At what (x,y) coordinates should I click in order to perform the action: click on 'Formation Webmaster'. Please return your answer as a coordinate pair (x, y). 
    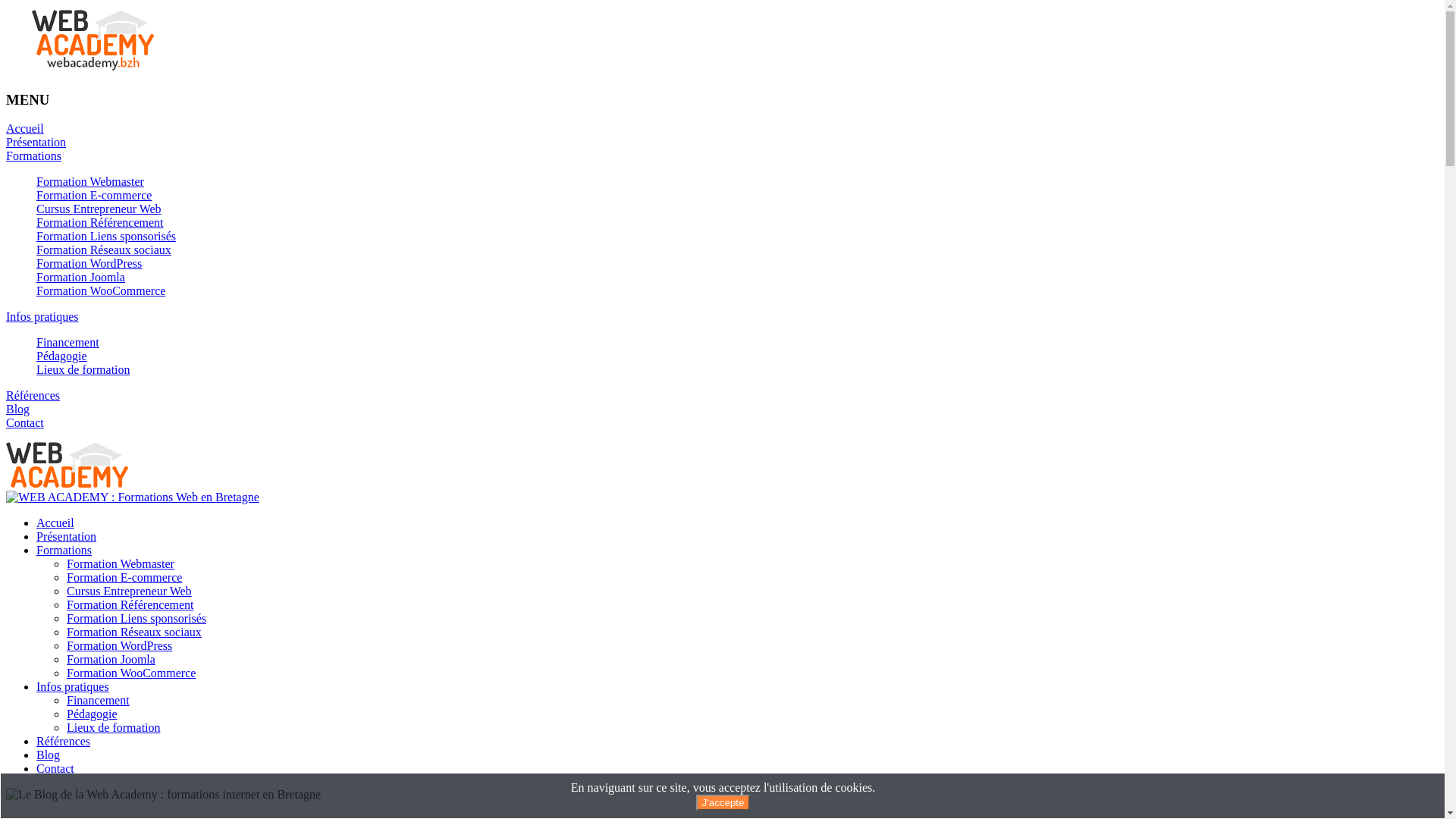
    Looking at the image, I should click on (119, 563).